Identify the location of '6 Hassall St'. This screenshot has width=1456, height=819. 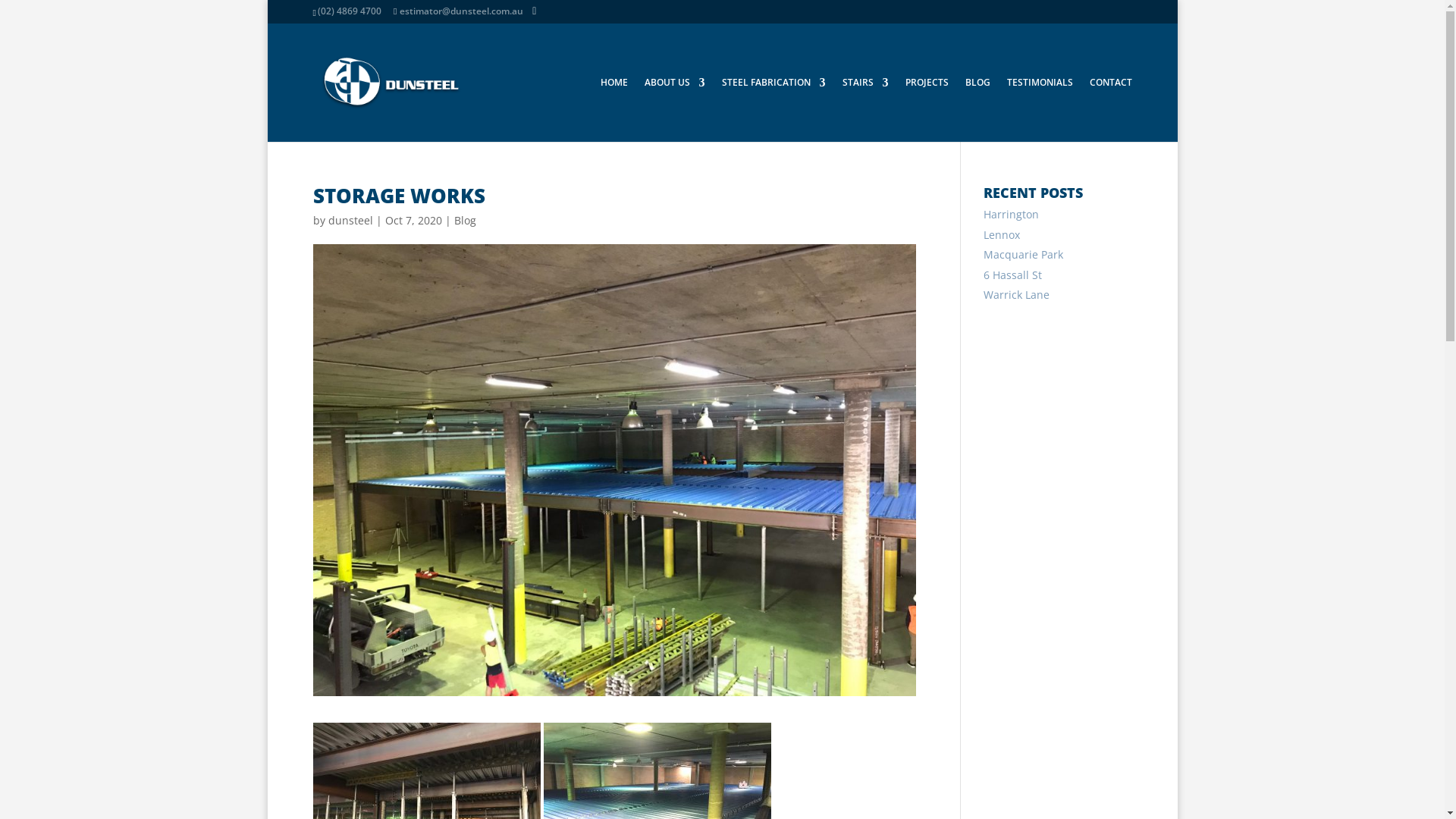
(1012, 275).